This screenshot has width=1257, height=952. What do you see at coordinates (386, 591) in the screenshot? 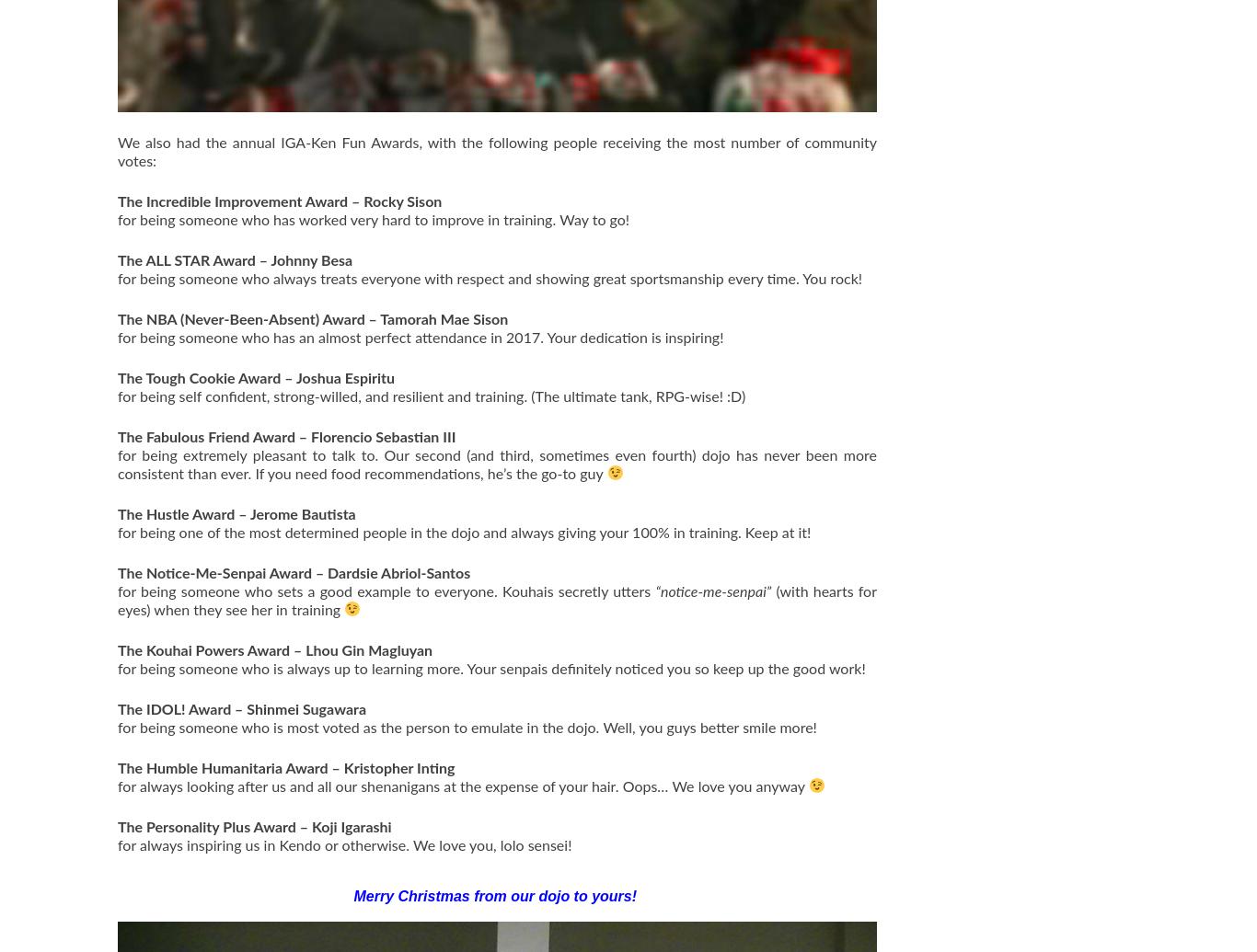
I see `'for being someone who sets a good example to everyone. Kouhais secretly utters'` at bounding box center [386, 591].